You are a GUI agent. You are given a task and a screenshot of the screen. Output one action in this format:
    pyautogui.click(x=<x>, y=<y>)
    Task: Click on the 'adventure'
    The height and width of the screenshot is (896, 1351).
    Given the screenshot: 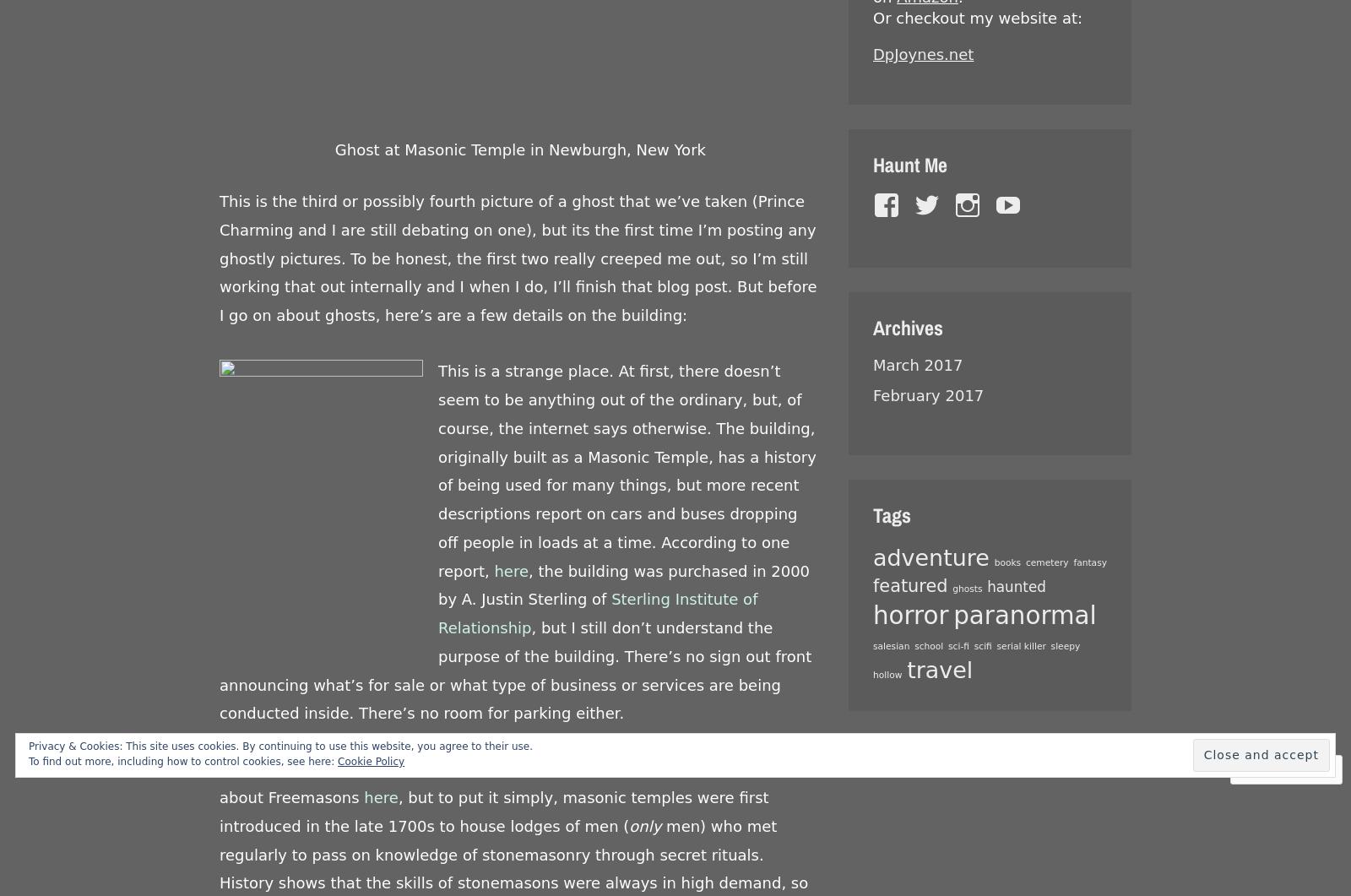 What is the action you would take?
    pyautogui.click(x=931, y=557)
    